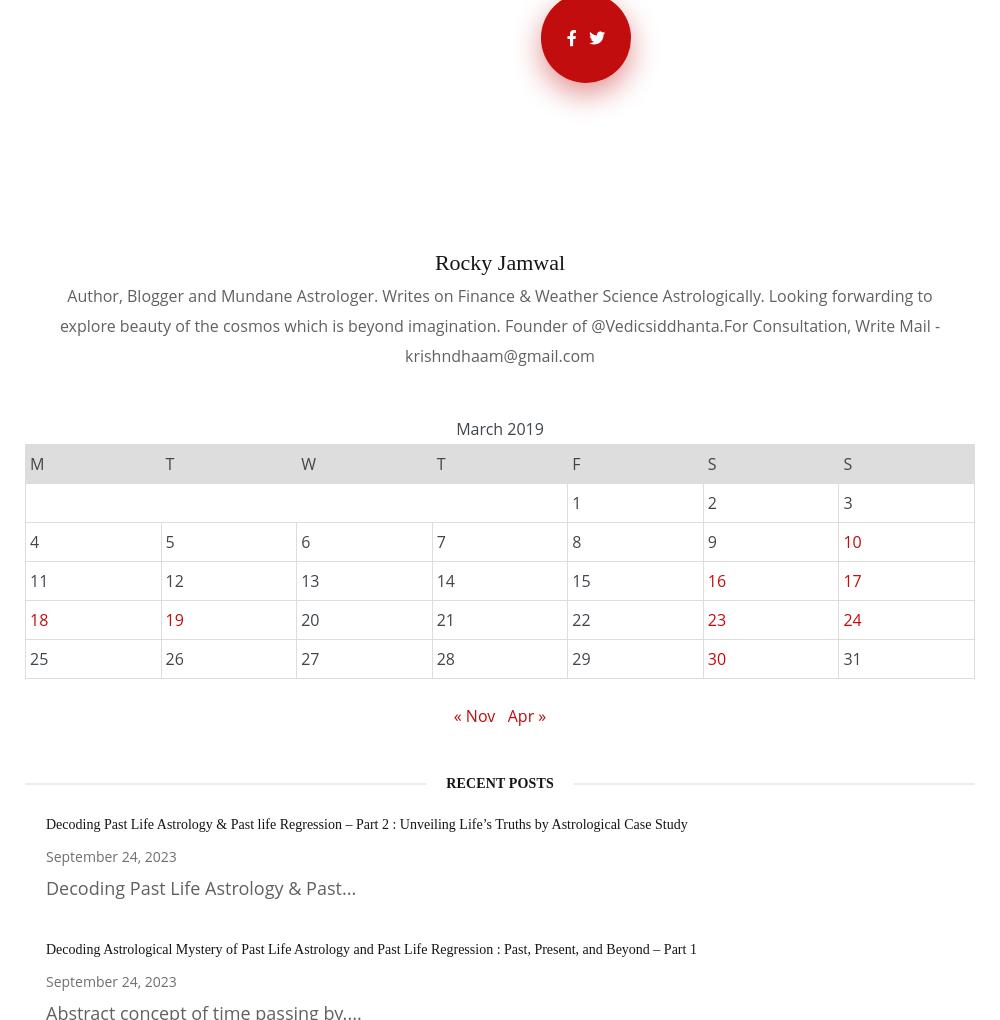  Describe the element at coordinates (851, 618) in the screenshot. I see `'24'` at that location.